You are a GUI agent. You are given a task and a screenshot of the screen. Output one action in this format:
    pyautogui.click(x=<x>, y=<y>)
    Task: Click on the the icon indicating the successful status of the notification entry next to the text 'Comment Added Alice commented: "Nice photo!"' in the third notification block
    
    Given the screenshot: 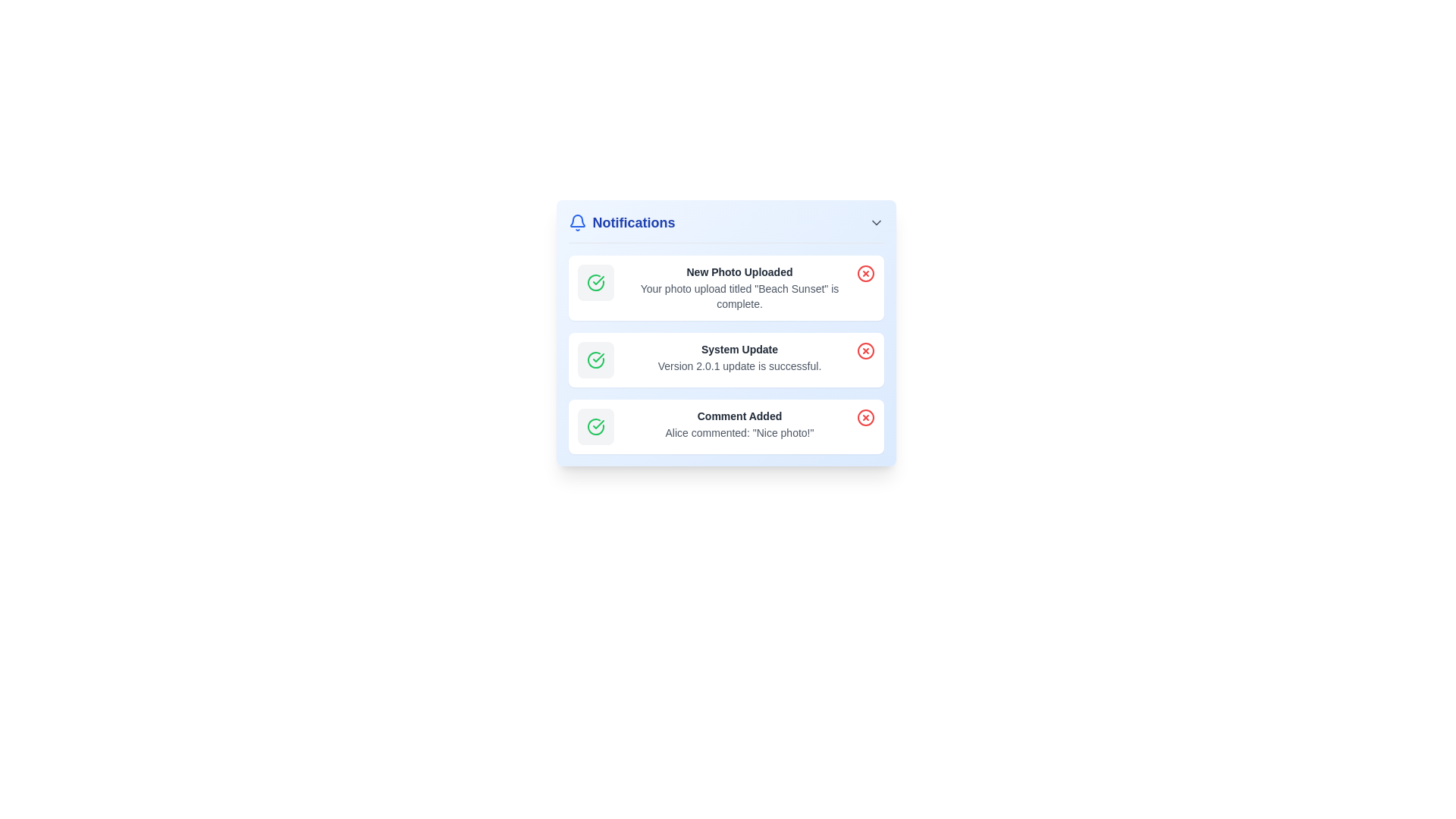 What is the action you would take?
    pyautogui.click(x=595, y=427)
    